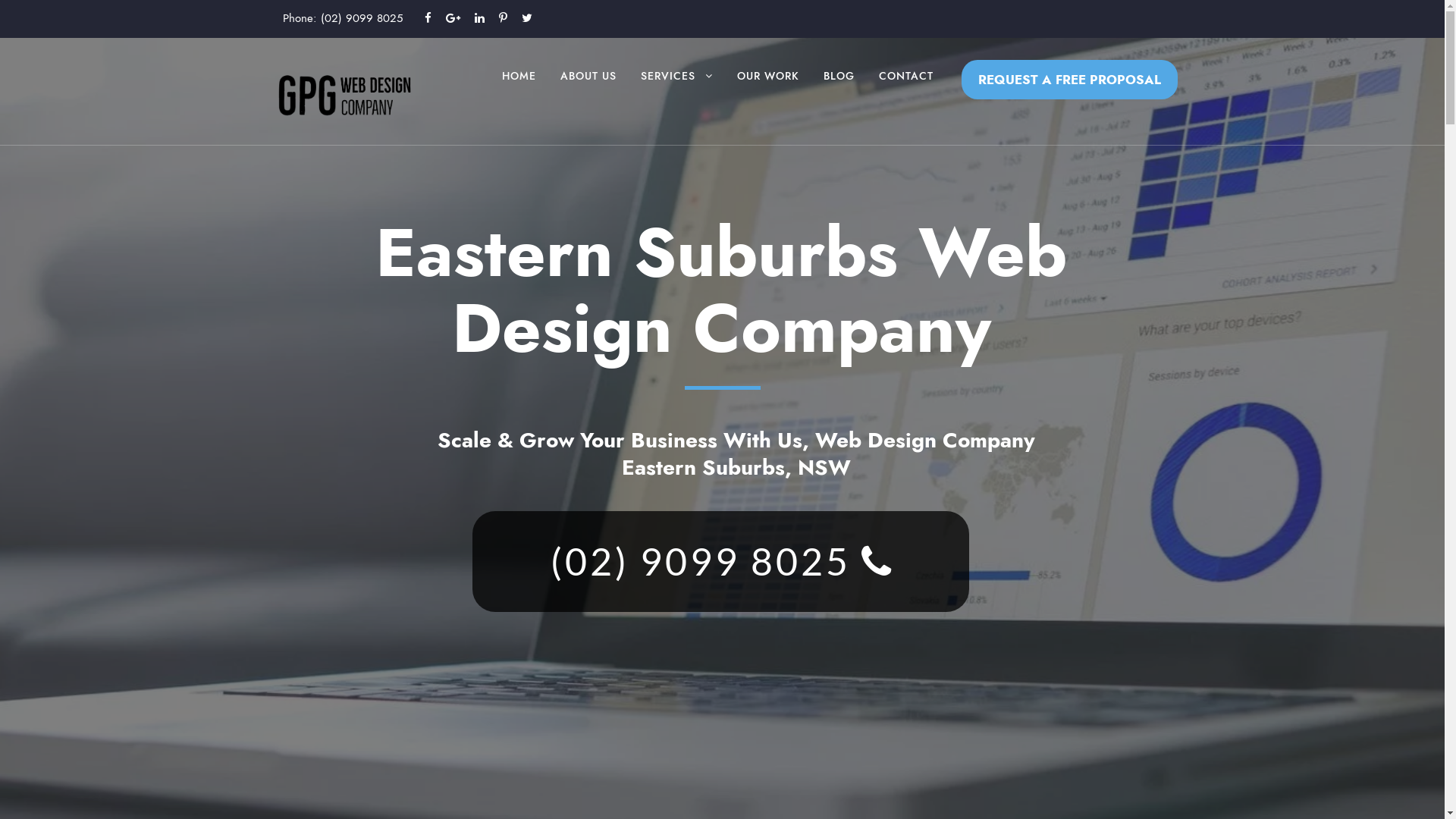  I want to click on 'CONTACT', so click(905, 90).